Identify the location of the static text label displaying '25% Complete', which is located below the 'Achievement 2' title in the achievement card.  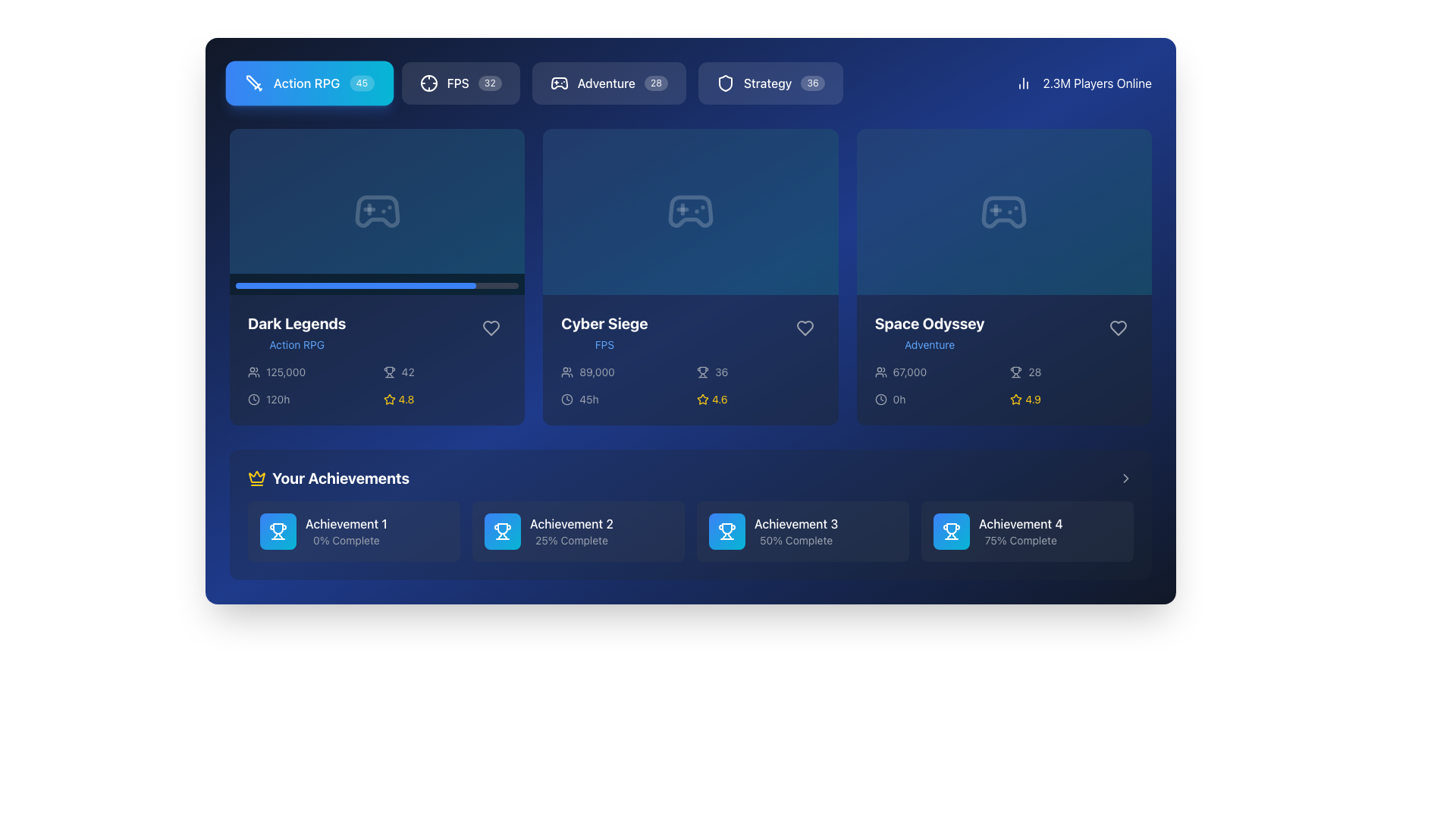
(570, 540).